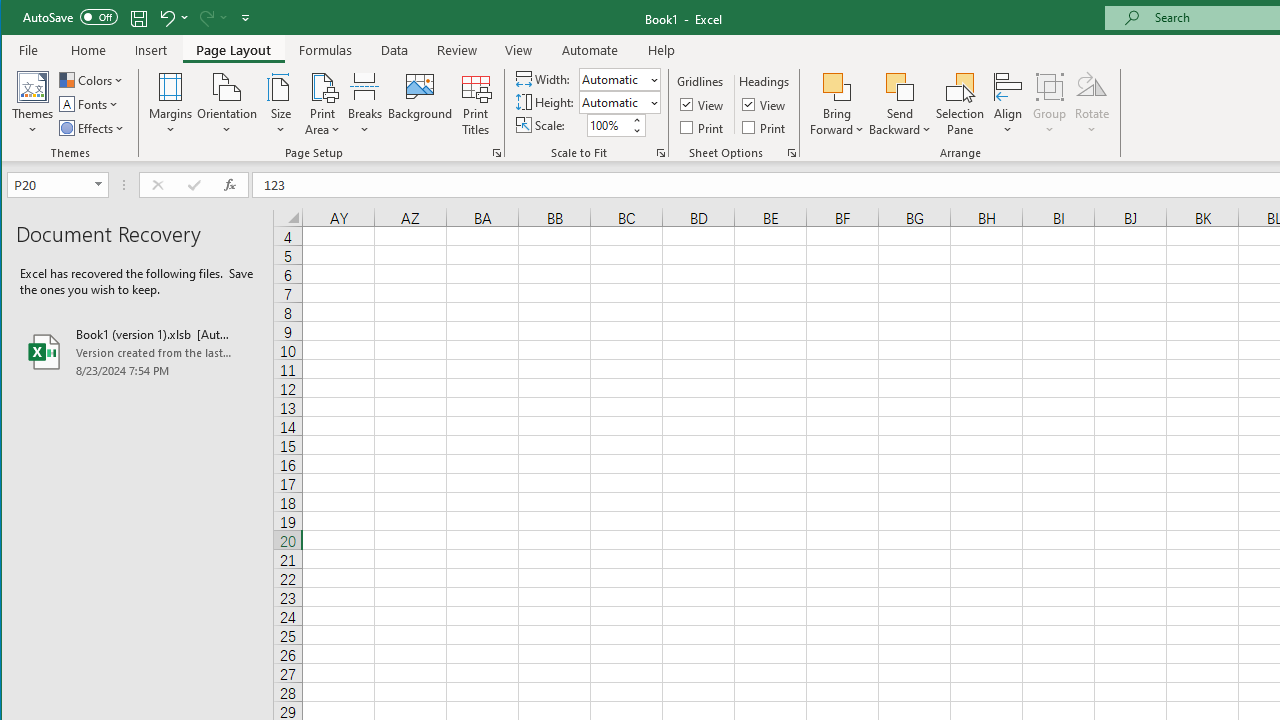 Image resolution: width=1280 pixels, height=720 pixels. Describe the element at coordinates (612, 78) in the screenshot. I see `'Width'` at that location.